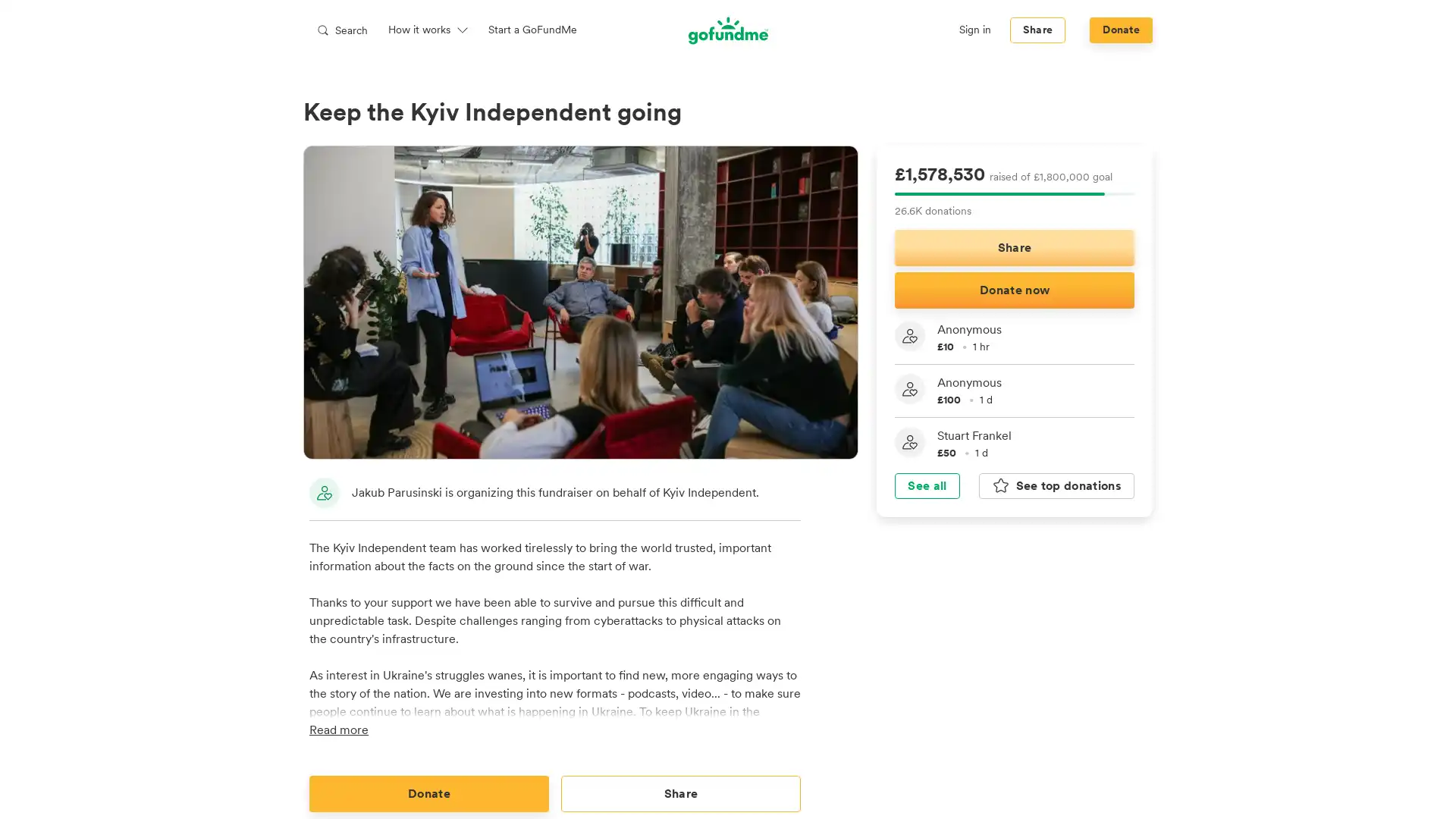 The image size is (1456, 819). What do you see at coordinates (341, 30) in the screenshot?
I see `Search` at bounding box center [341, 30].